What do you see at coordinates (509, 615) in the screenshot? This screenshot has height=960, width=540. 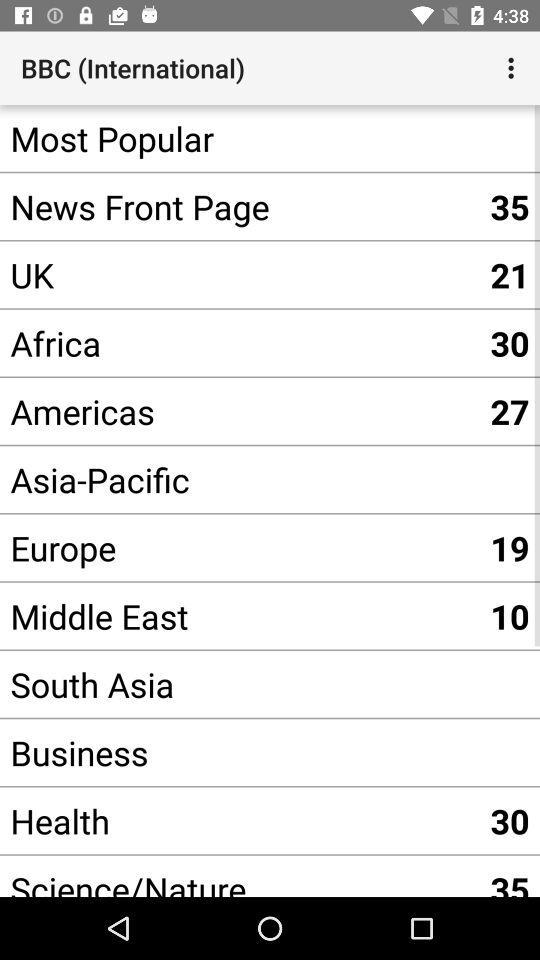 I see `the icon below 19 icon` at bounding box center [509, 615].